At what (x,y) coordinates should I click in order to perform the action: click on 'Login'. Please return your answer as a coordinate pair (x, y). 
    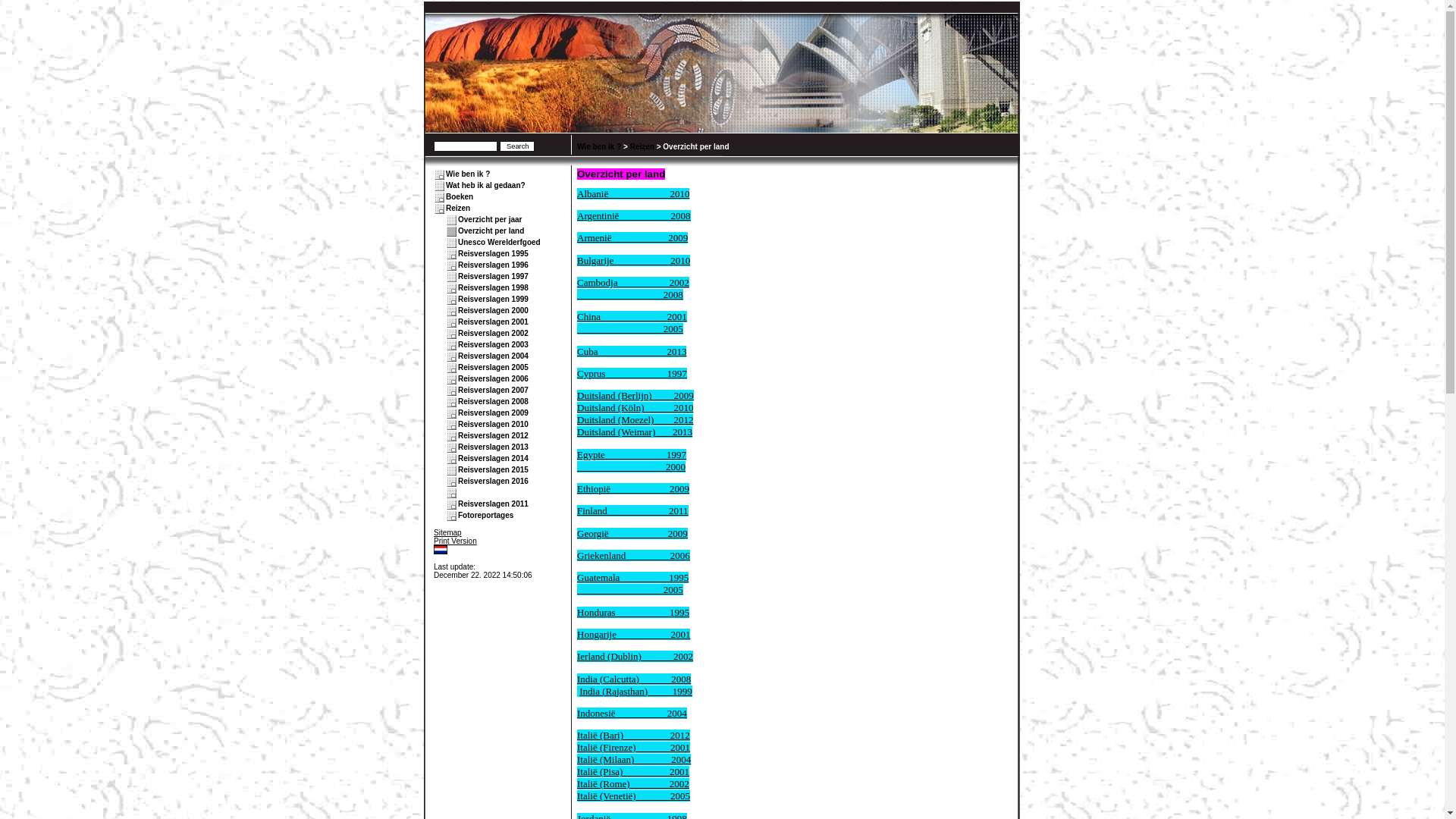
    Looking at the image, I should click on (432, 558).